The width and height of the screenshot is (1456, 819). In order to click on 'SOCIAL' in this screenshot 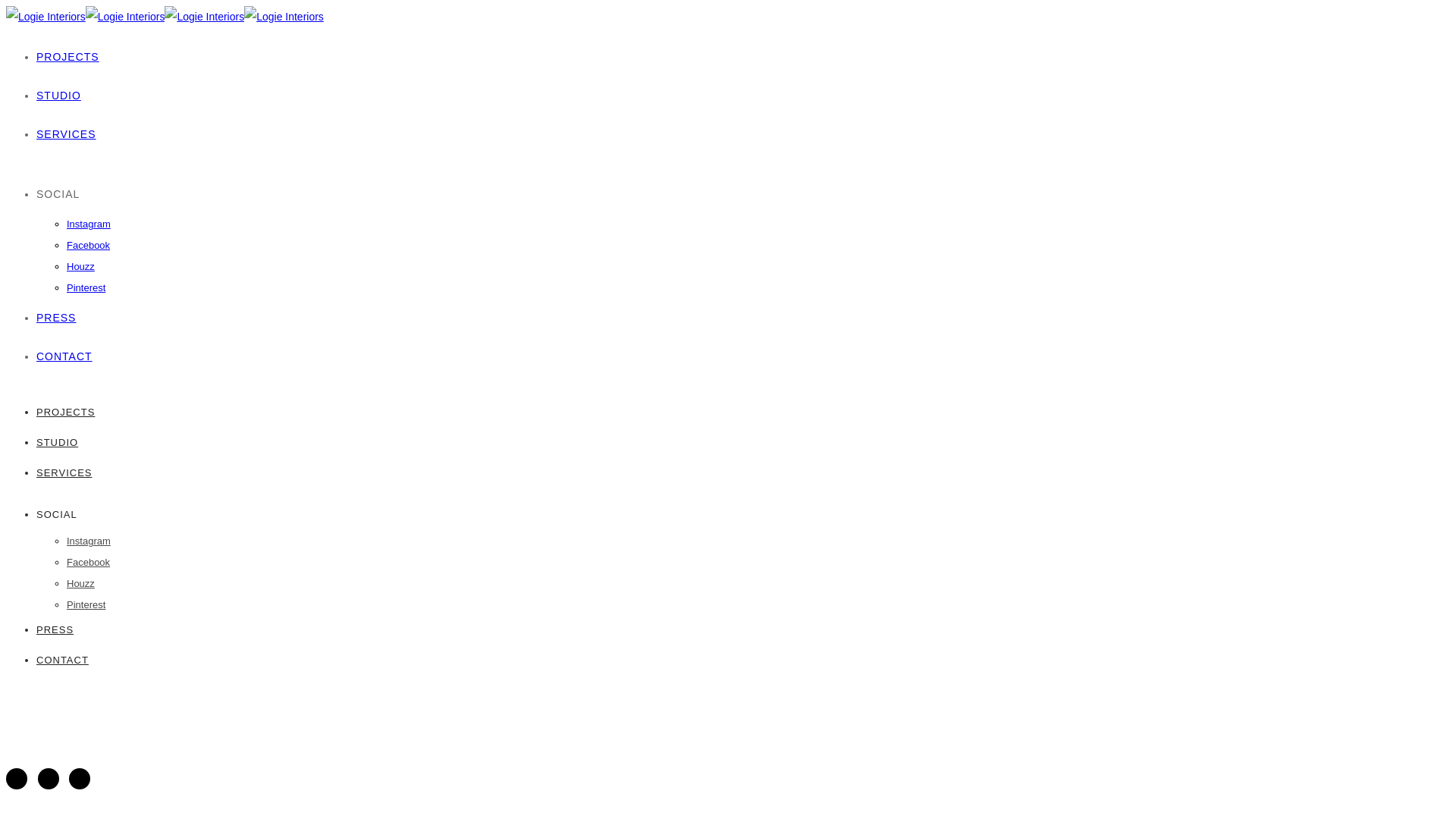, I will do `click(57, 513)`.